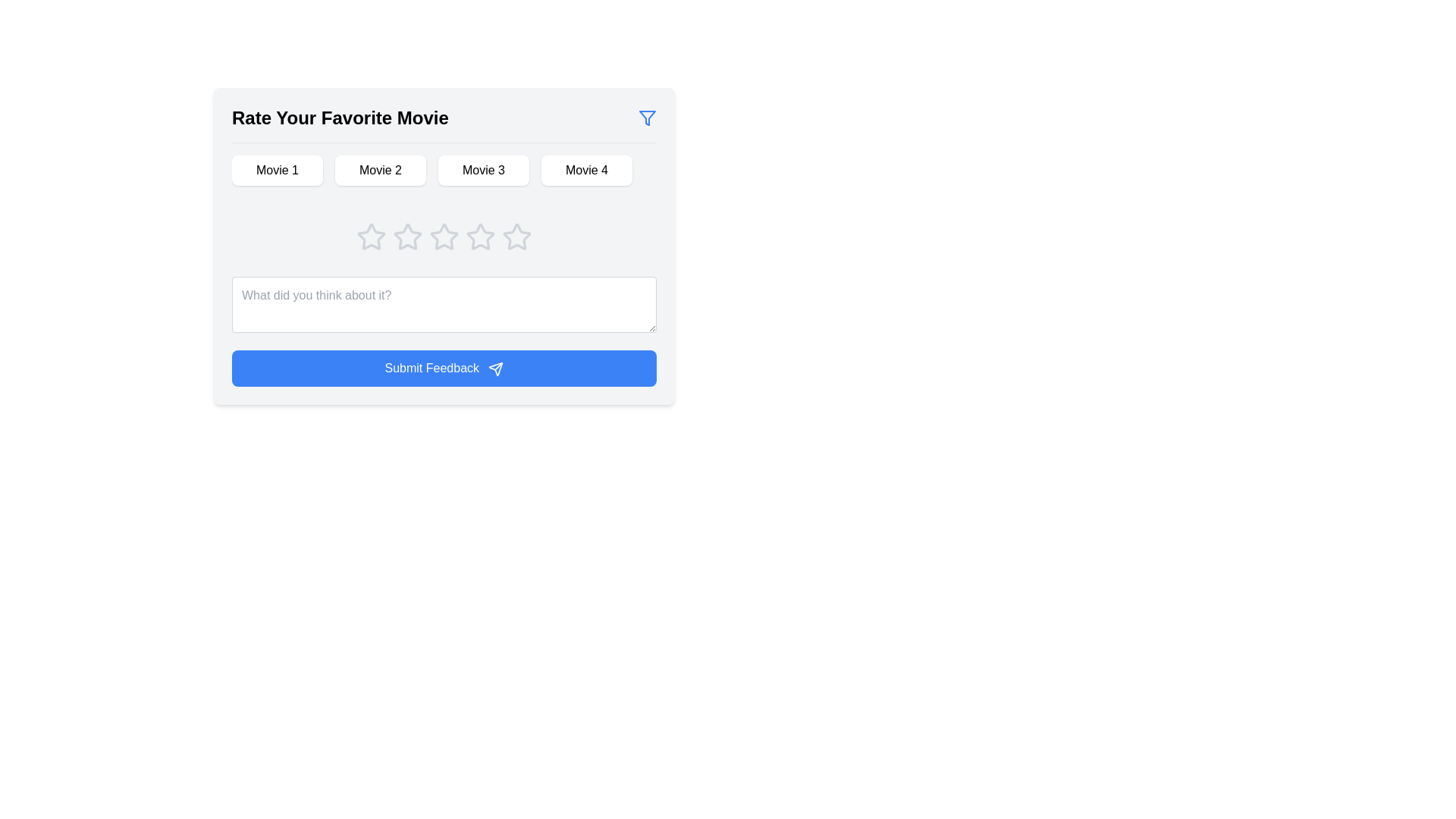  I want to click on the third star in the rating sequence, so click(443, 245).